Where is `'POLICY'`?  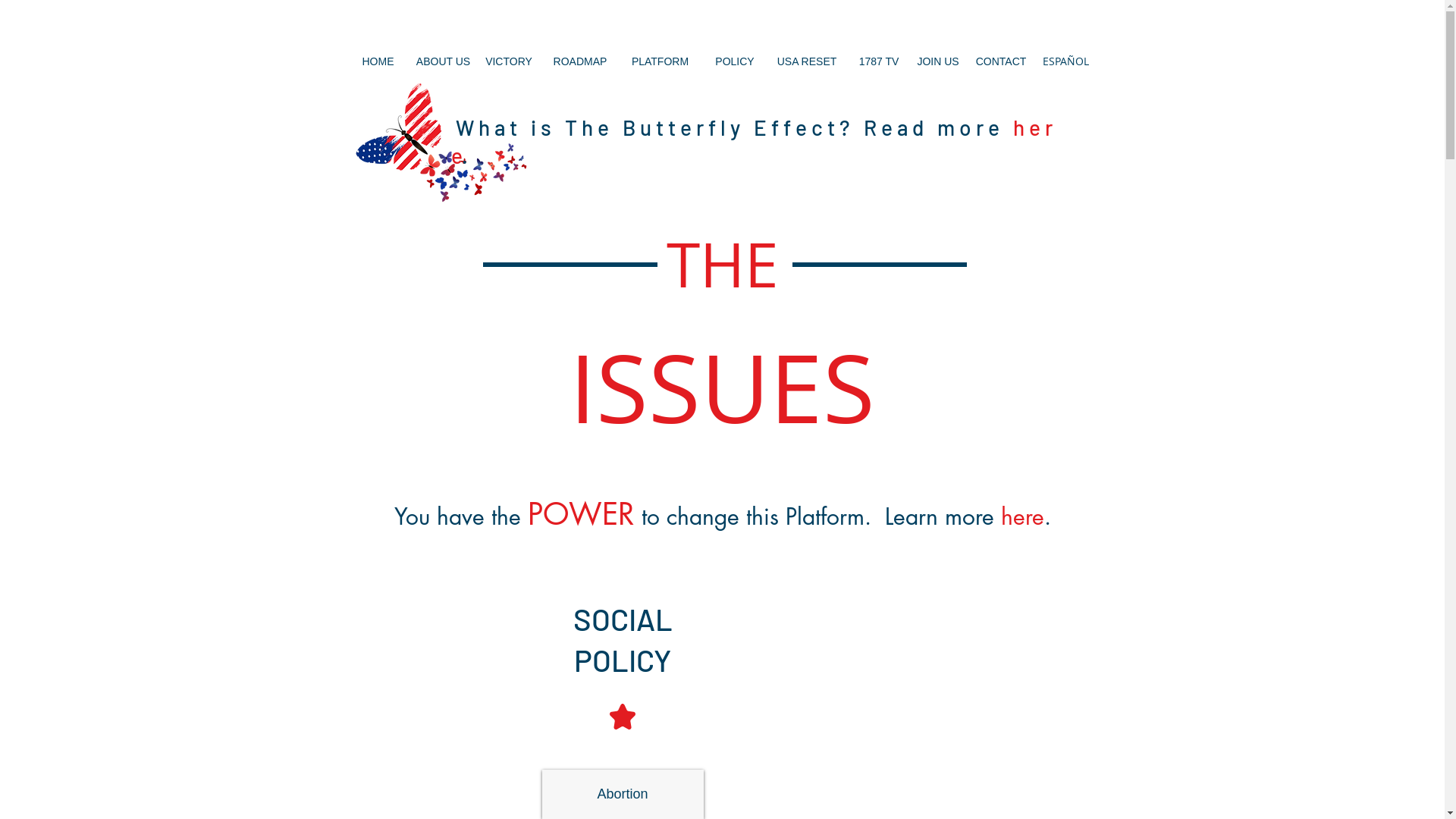 'POLICY' is located at coordinates (734, 60).